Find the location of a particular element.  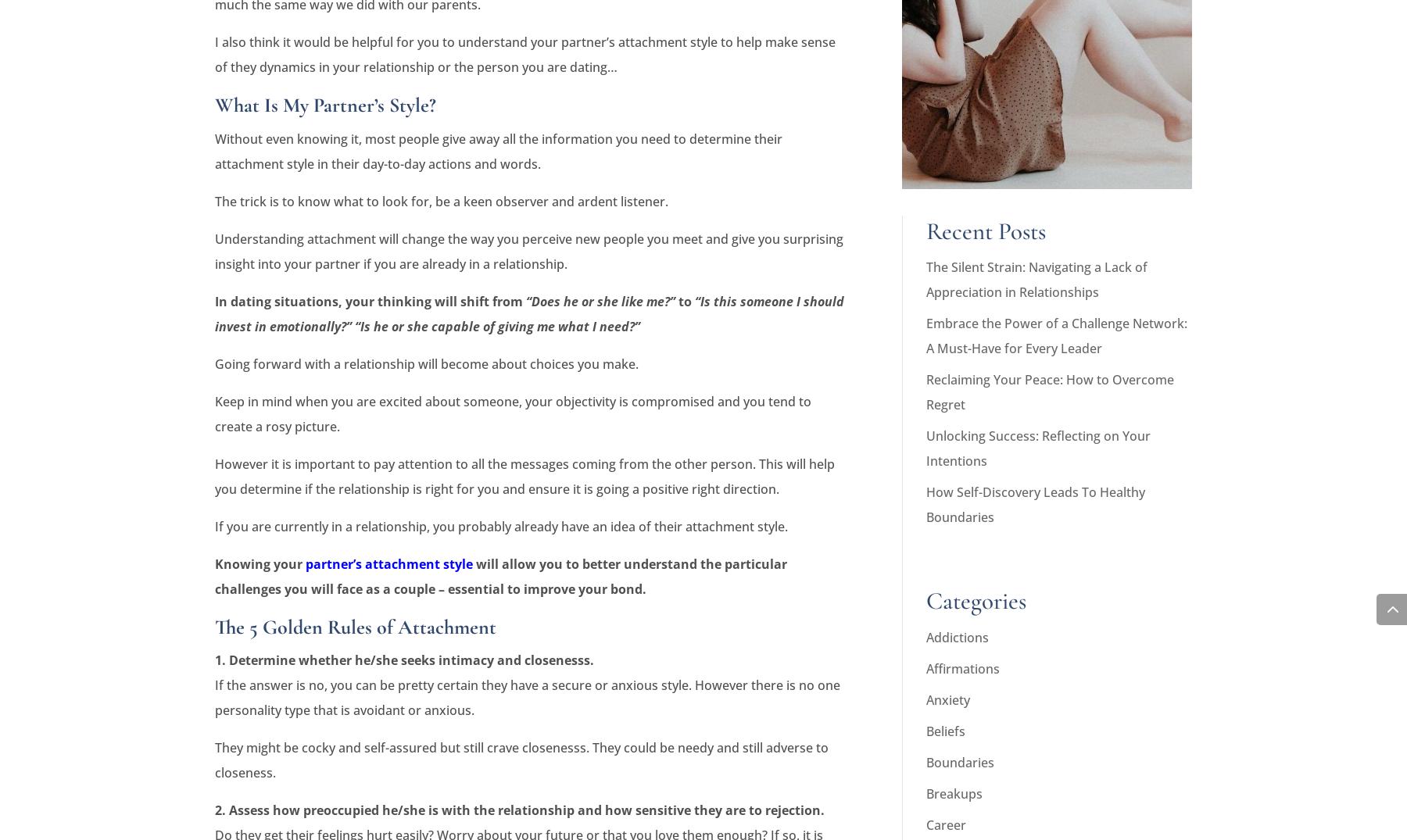

'However it is important to pay attention to all the messages coming from the other person. This will help you determine if the relationship is right for you and ensure it is going a positive right direction.' is located at coordinates (524, 474).